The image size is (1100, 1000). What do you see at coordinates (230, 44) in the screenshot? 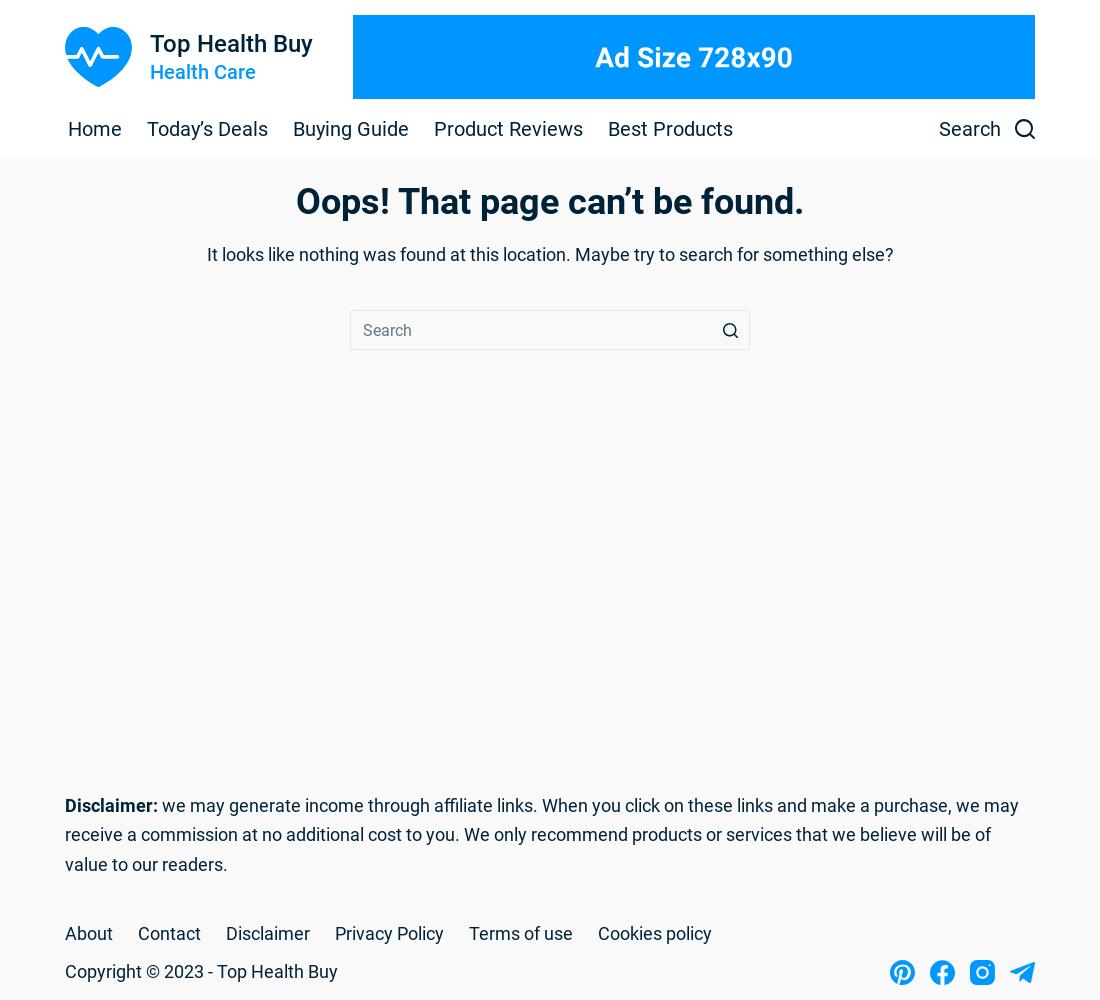
I see `'Top Health Buy'` at bounding box center [230, 44].